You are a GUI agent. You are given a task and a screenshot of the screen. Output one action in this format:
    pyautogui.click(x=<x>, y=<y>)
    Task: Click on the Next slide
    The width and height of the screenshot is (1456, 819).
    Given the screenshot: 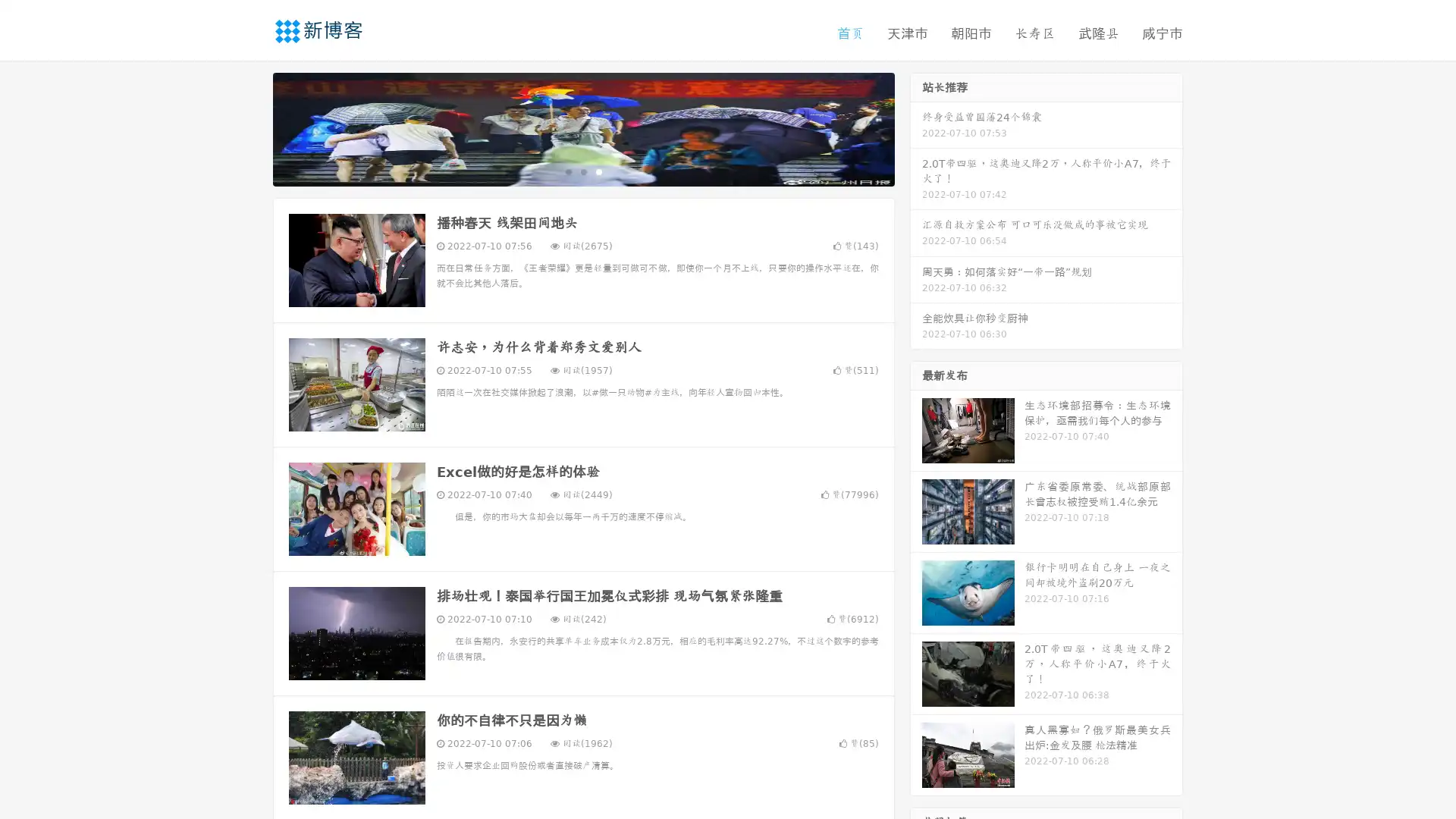 What is the action you would take?
    pyautogui.click(x=916, y=127)
    